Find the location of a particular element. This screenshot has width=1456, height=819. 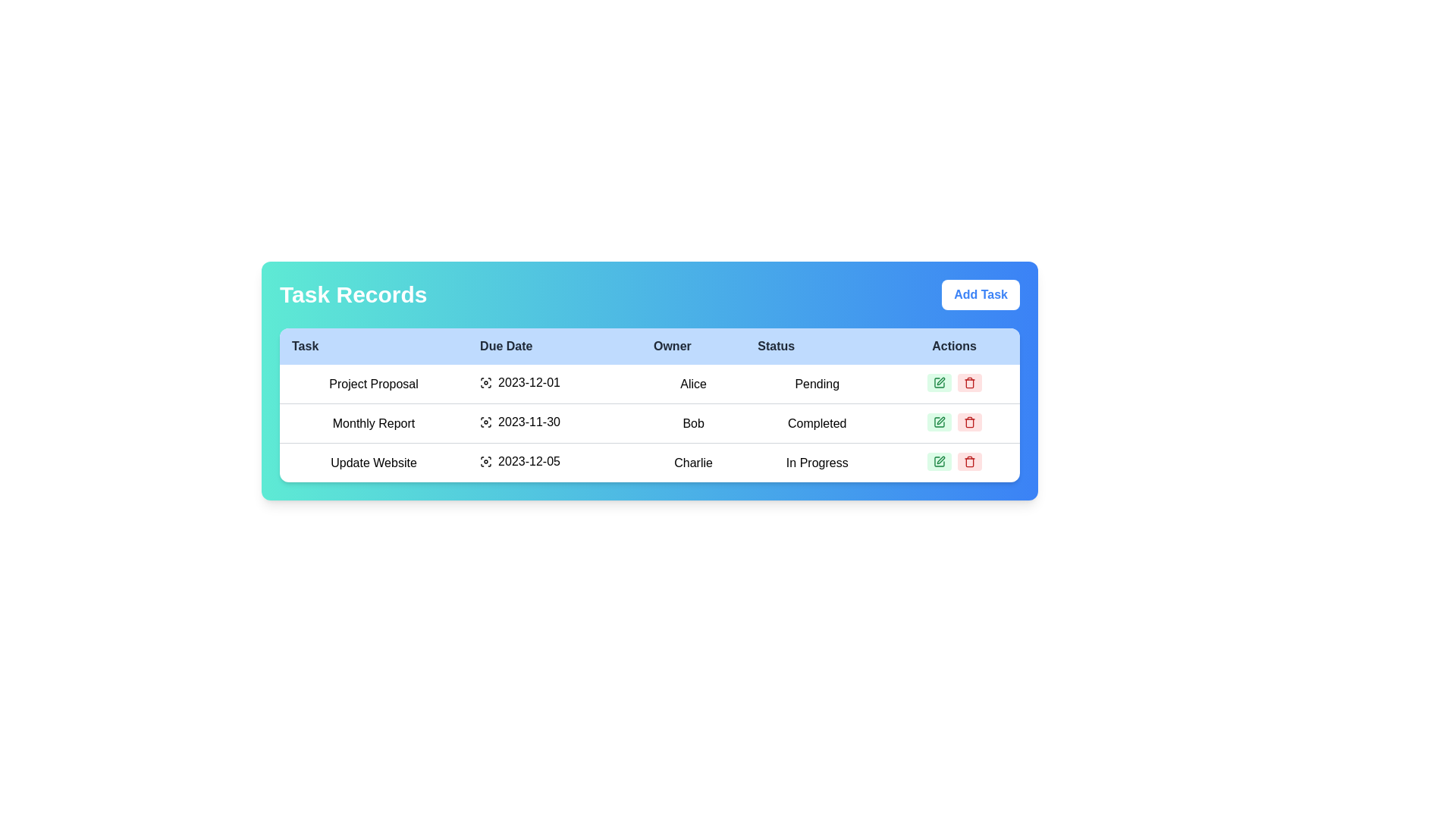

the static text label indicating ongoing task progress in the last row of the status column of the table is located at coordinates (816, 462).